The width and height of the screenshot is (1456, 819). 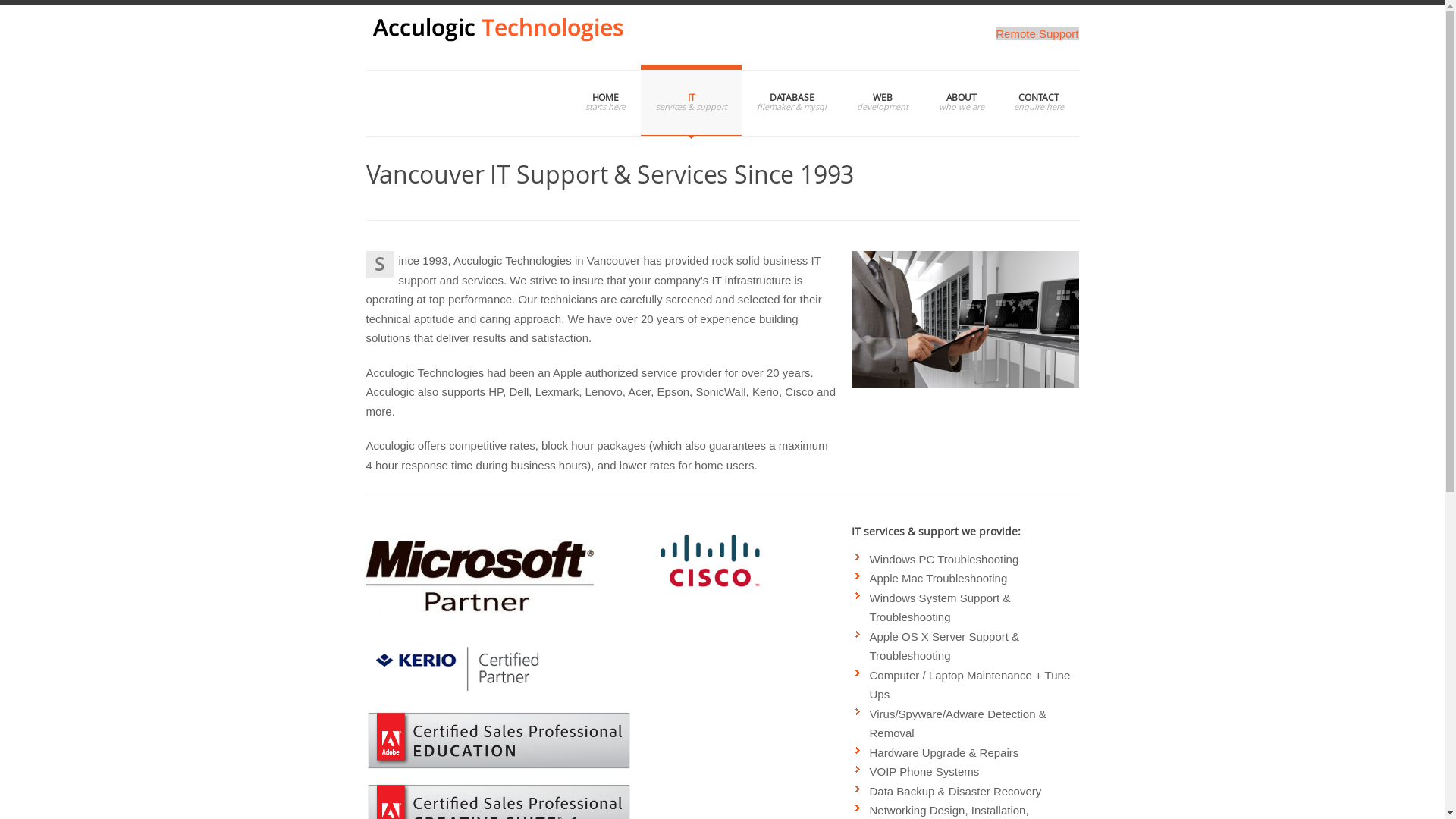 What do you see at coordinates (1036, 33) in the screenshot?
I see `'Remote Support'` at bounding box center [1036, 33].